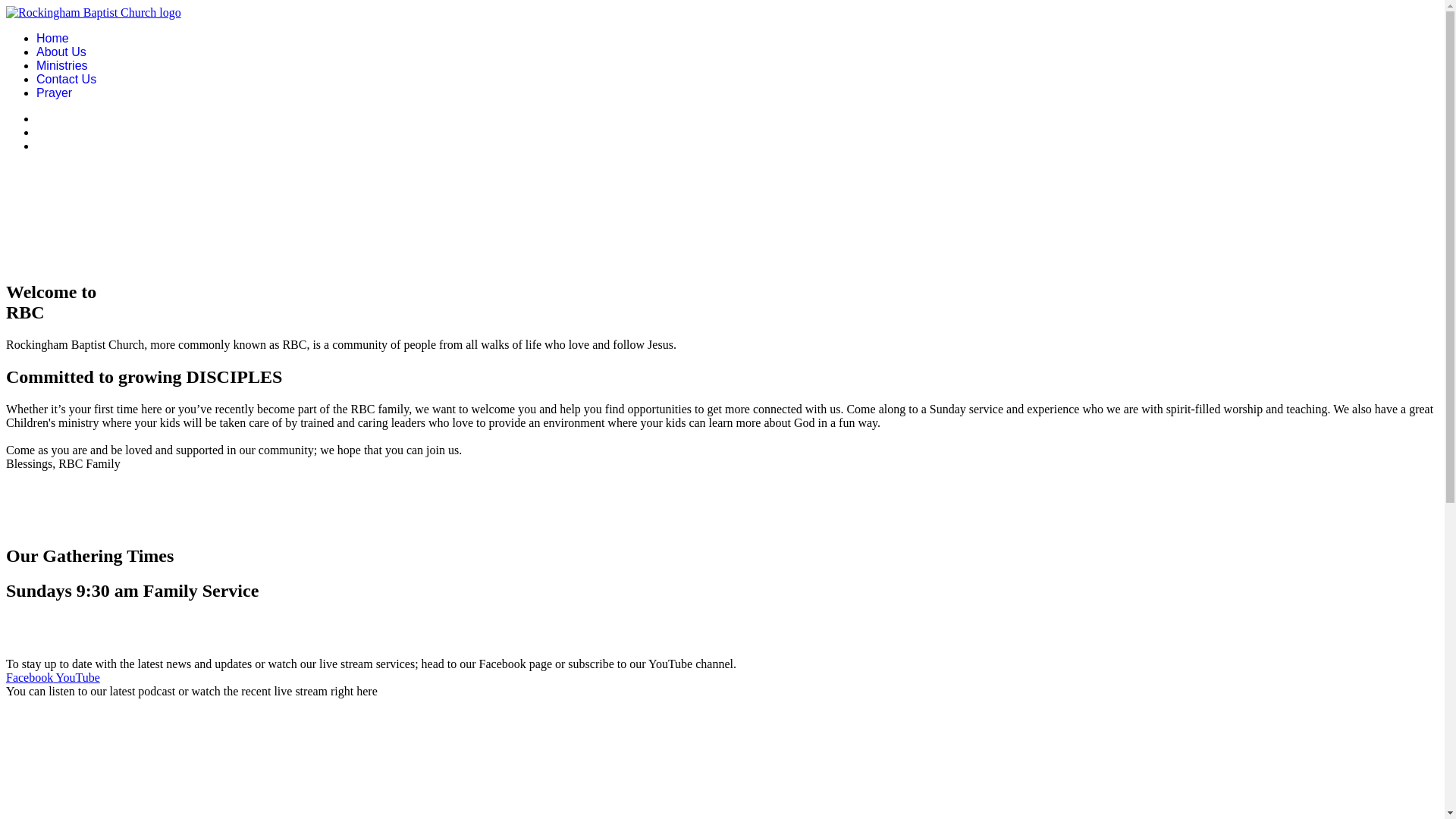  What do you see at coordinates (75, 676) in the screenshot?
I see `'YouTube'` at bounding box center [75, 676].